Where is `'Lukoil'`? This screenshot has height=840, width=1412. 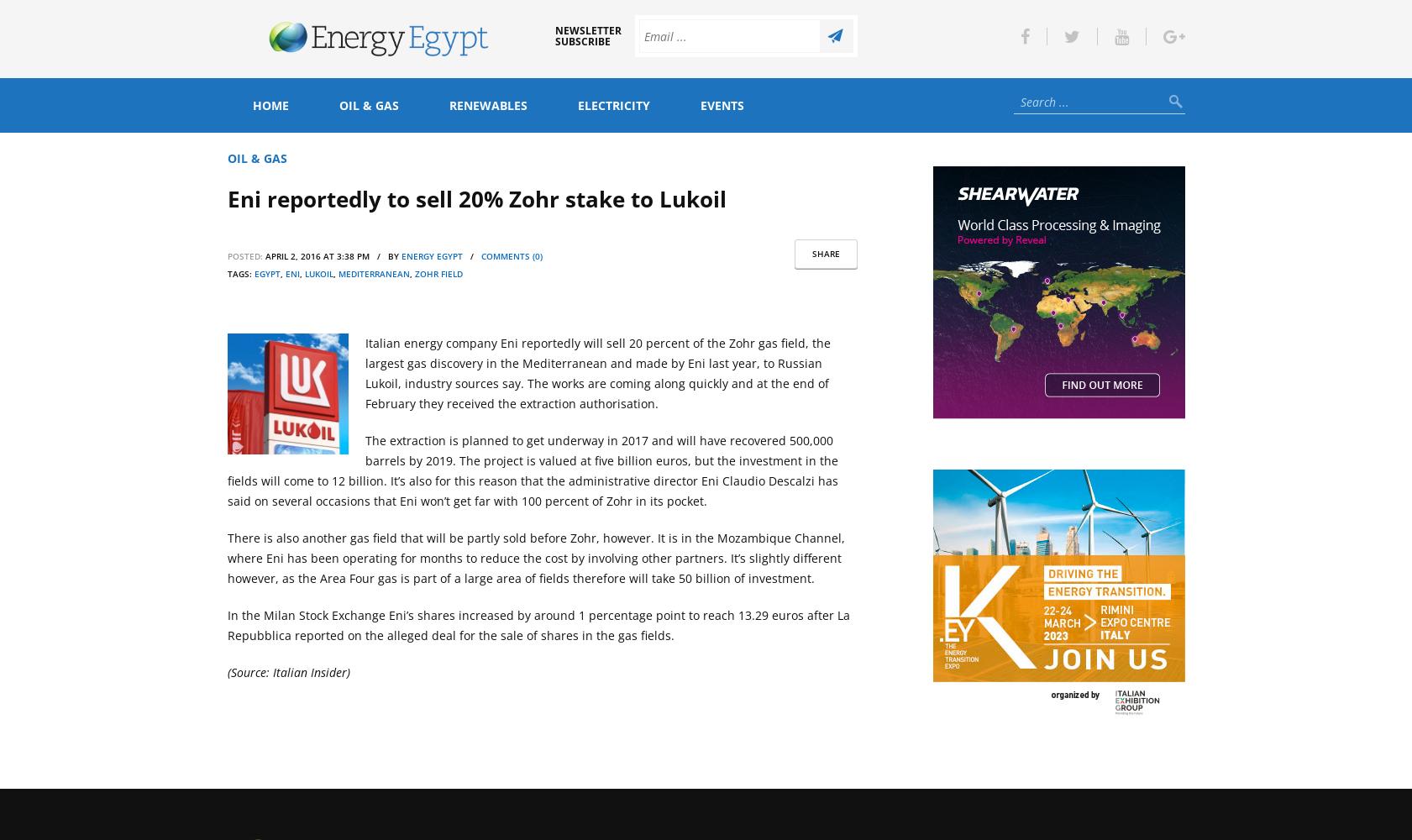
'Lukoil' is located at coordinates (318, 273).